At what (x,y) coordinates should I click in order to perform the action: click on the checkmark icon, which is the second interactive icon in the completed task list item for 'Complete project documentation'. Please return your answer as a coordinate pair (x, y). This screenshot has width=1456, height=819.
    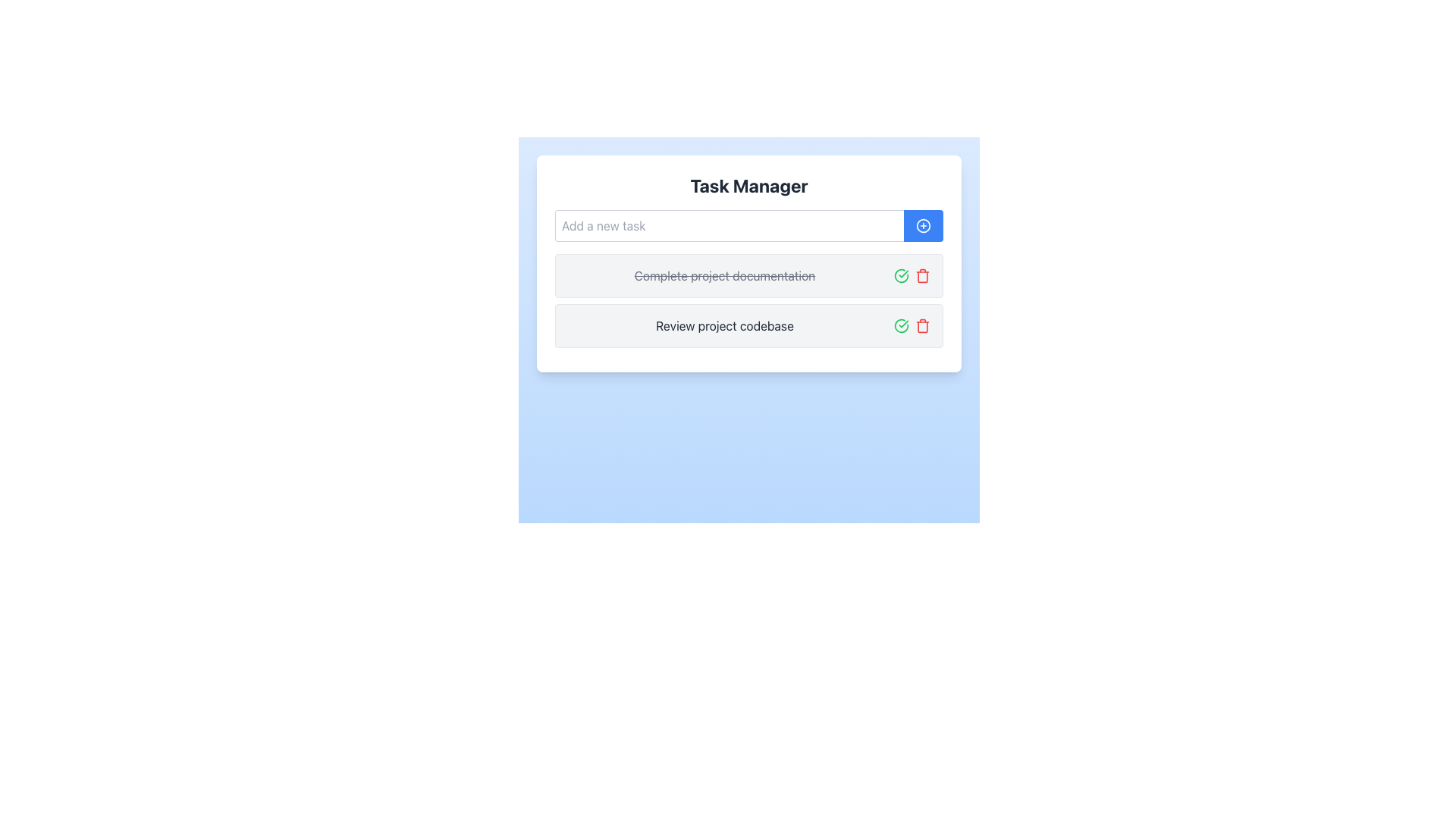
    Looking at the image, I should click on (902, 275).